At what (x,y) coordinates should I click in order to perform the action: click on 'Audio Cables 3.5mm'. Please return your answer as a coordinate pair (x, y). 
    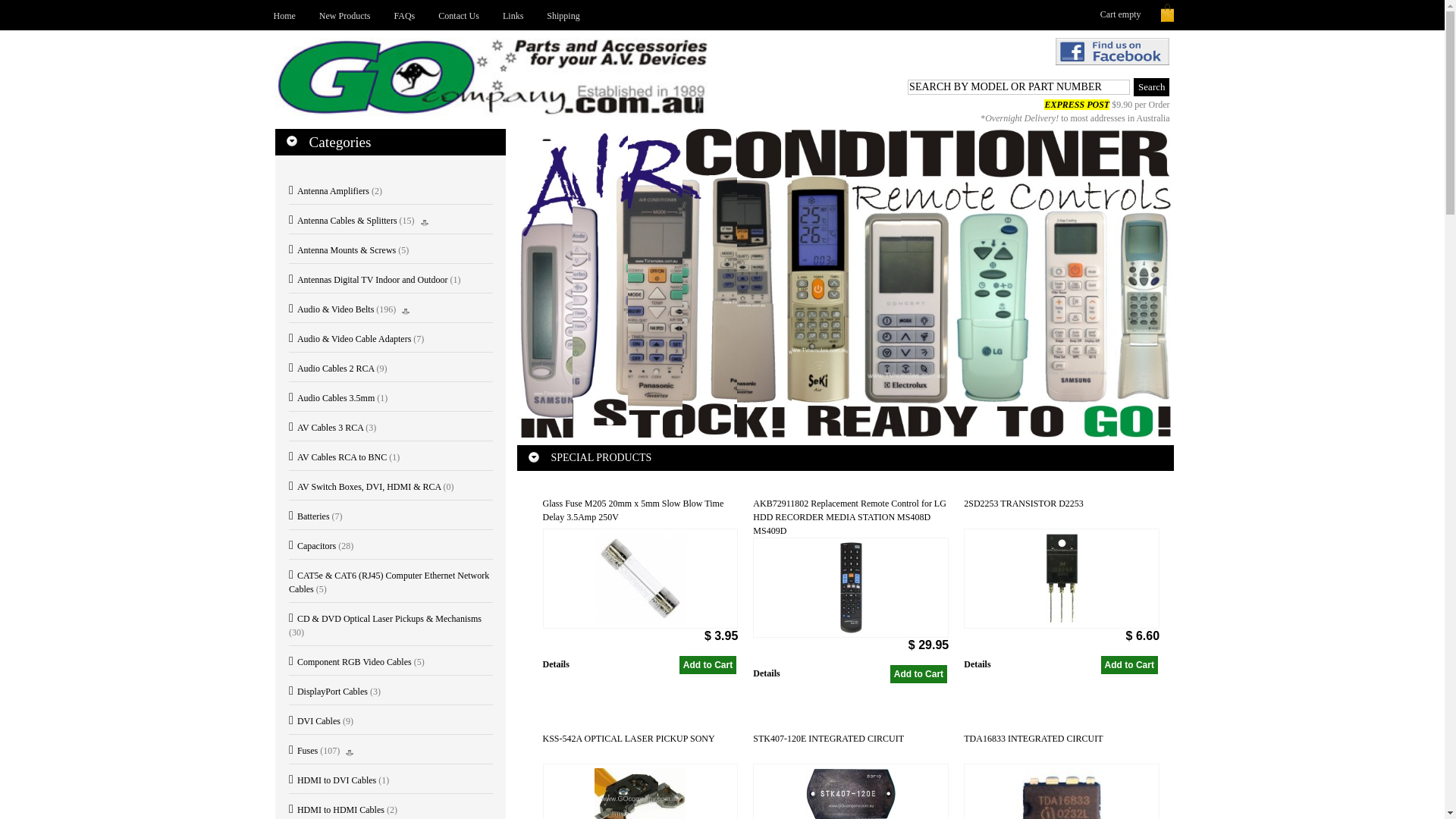
    Looking at the image, I should click on (288, 397).